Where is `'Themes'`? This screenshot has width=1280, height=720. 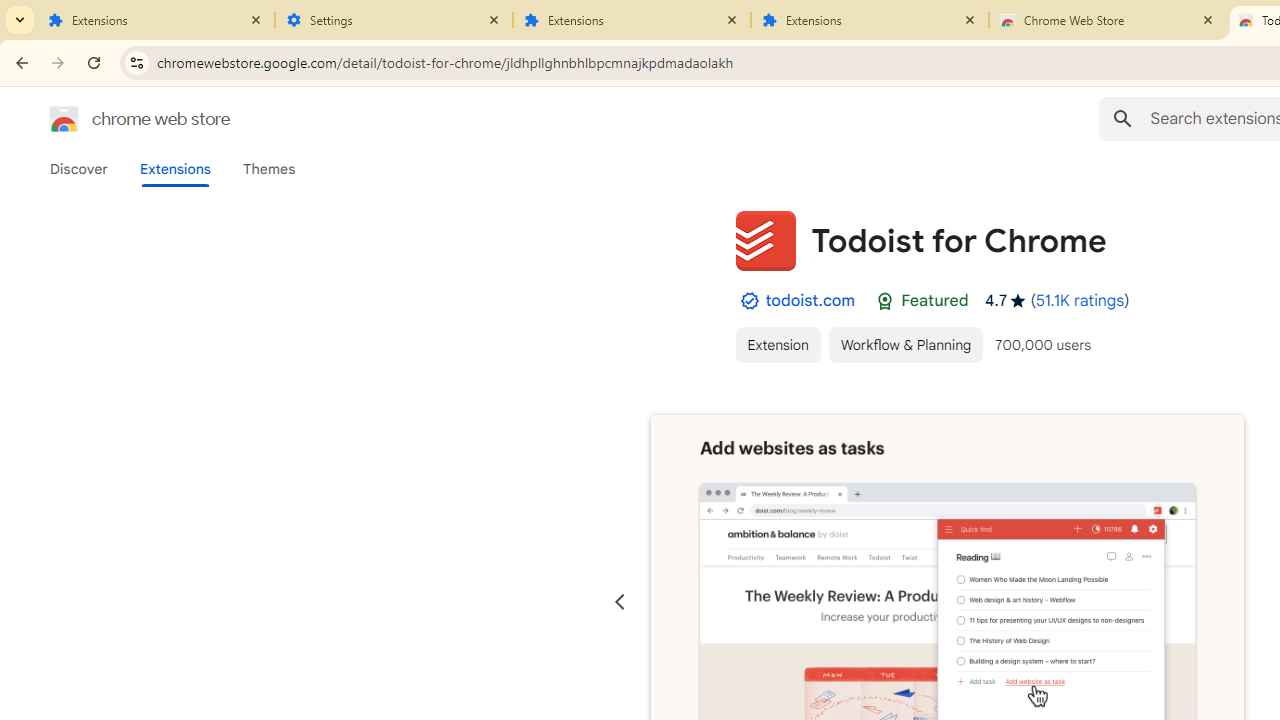
'Themes' is located at coordinates (268, 168).